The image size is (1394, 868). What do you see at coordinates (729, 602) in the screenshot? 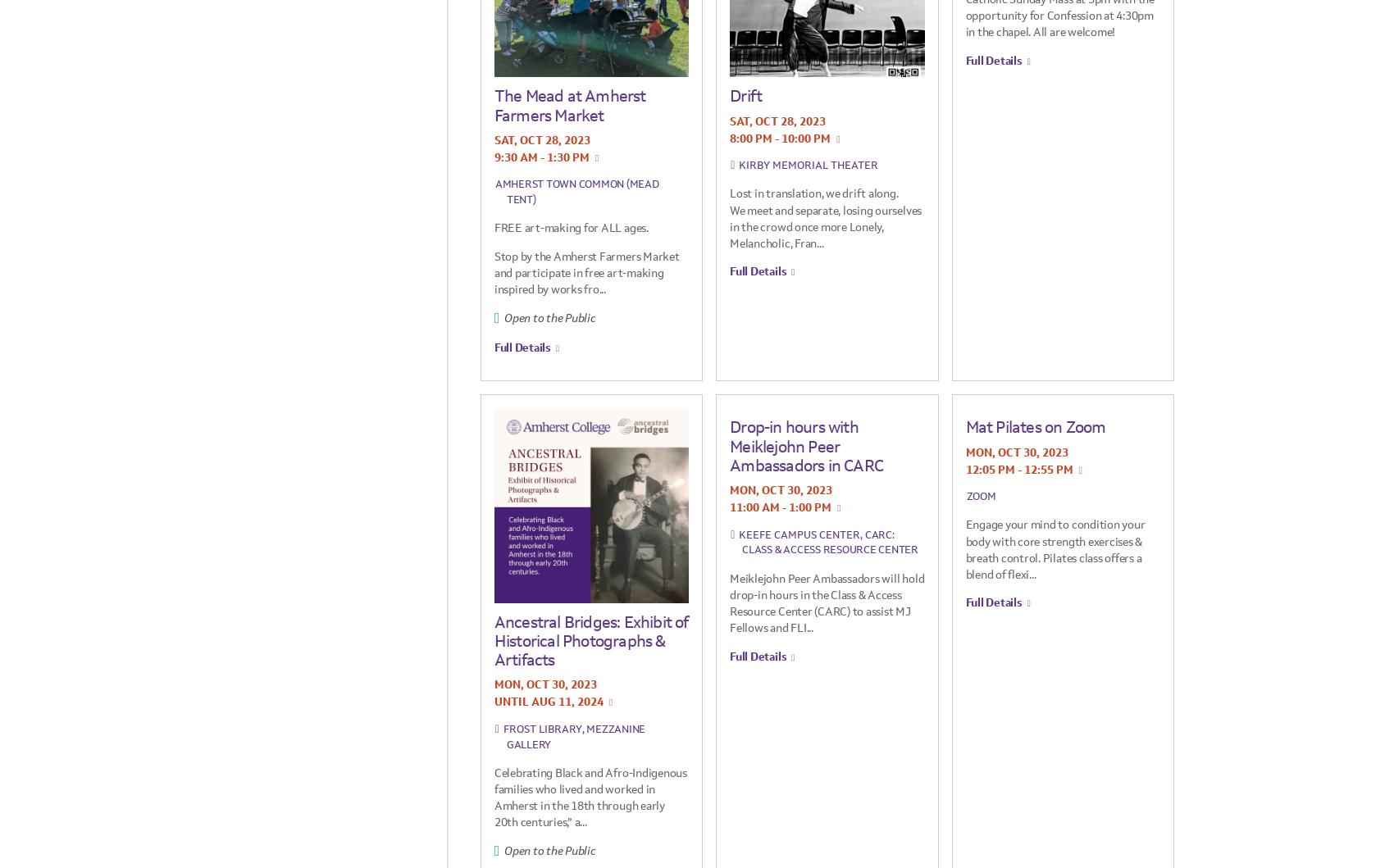
I see `'Meiklejohn Peer Ambassadors will hold drop-in hours in the Class & Access Resource Center (CARC) to assist MJ Fellows and FLI...'` at bounding box center [729, 602].